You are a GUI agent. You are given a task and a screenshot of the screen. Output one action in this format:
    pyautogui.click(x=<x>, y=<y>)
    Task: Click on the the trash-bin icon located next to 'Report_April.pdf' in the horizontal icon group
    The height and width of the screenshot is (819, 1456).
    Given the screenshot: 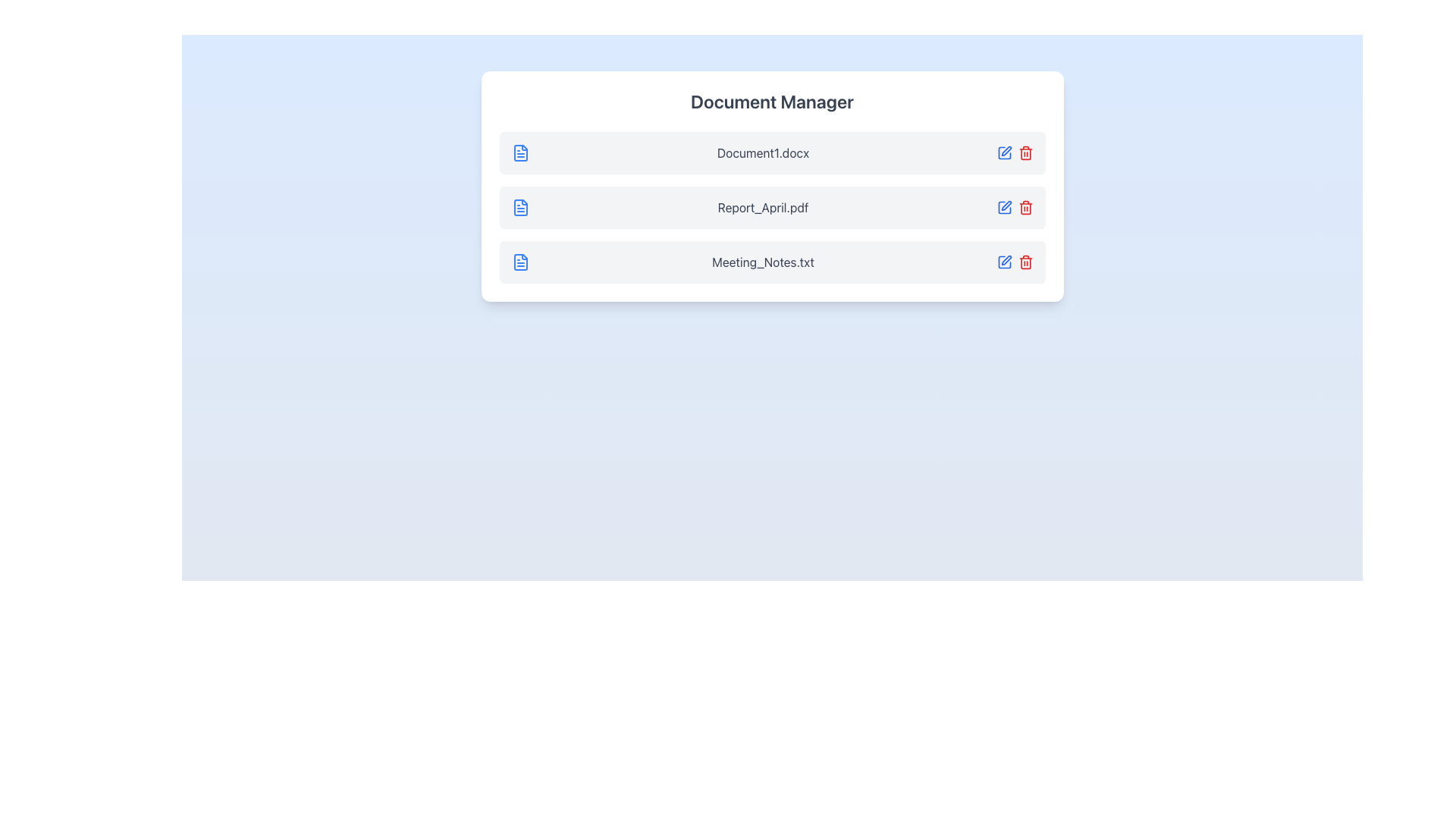 What is the action you would take?
    pyautogui.click(x=1015, y=207)
    